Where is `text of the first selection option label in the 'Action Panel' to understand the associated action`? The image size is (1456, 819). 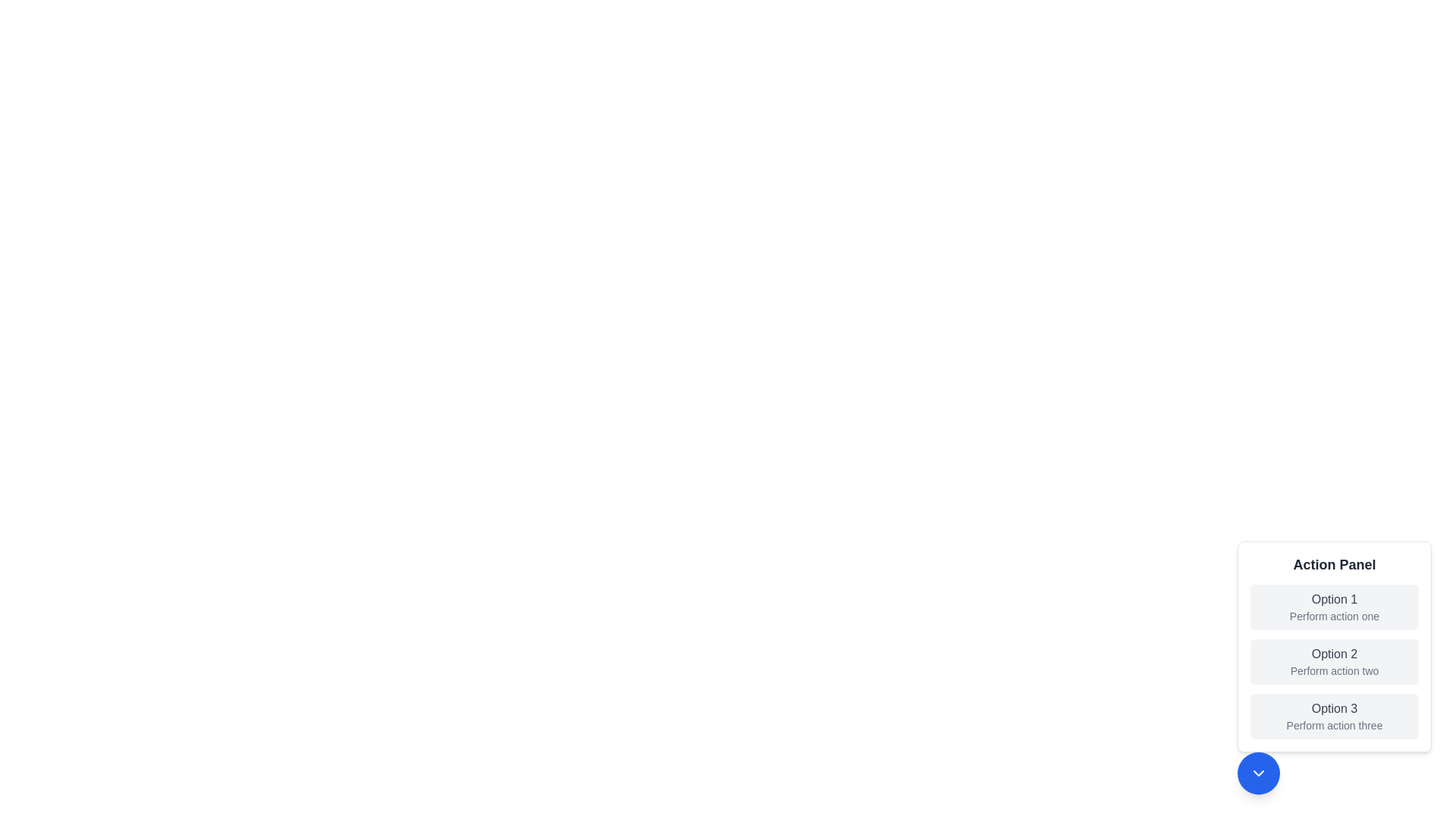
text of the first selection option label in the 'Action Panel' to understand the associated action is located at coordinates (1335, 598).